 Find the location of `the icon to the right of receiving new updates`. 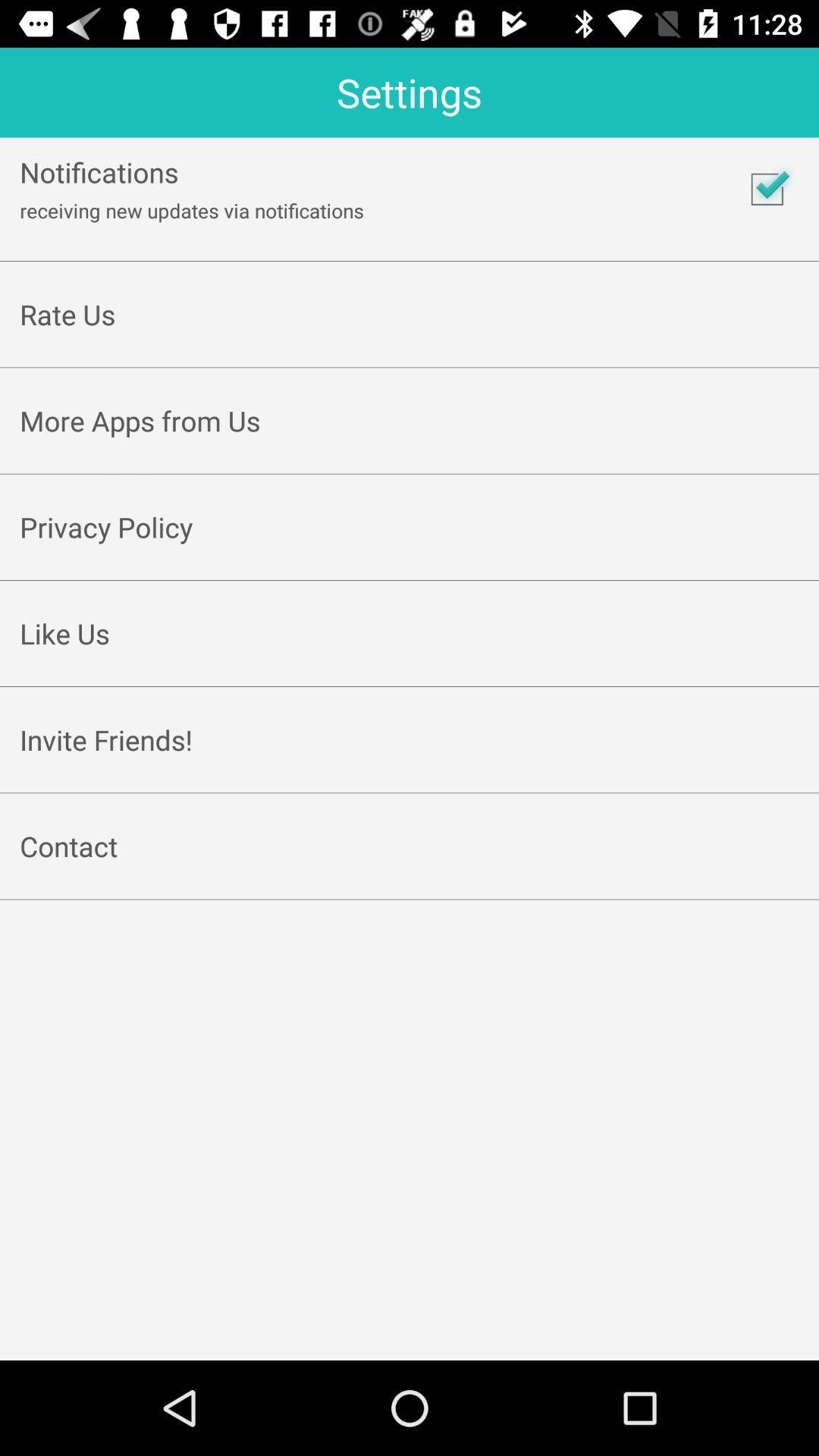

the icon to the right of receiving new updates is located at coordinates (767, 188).